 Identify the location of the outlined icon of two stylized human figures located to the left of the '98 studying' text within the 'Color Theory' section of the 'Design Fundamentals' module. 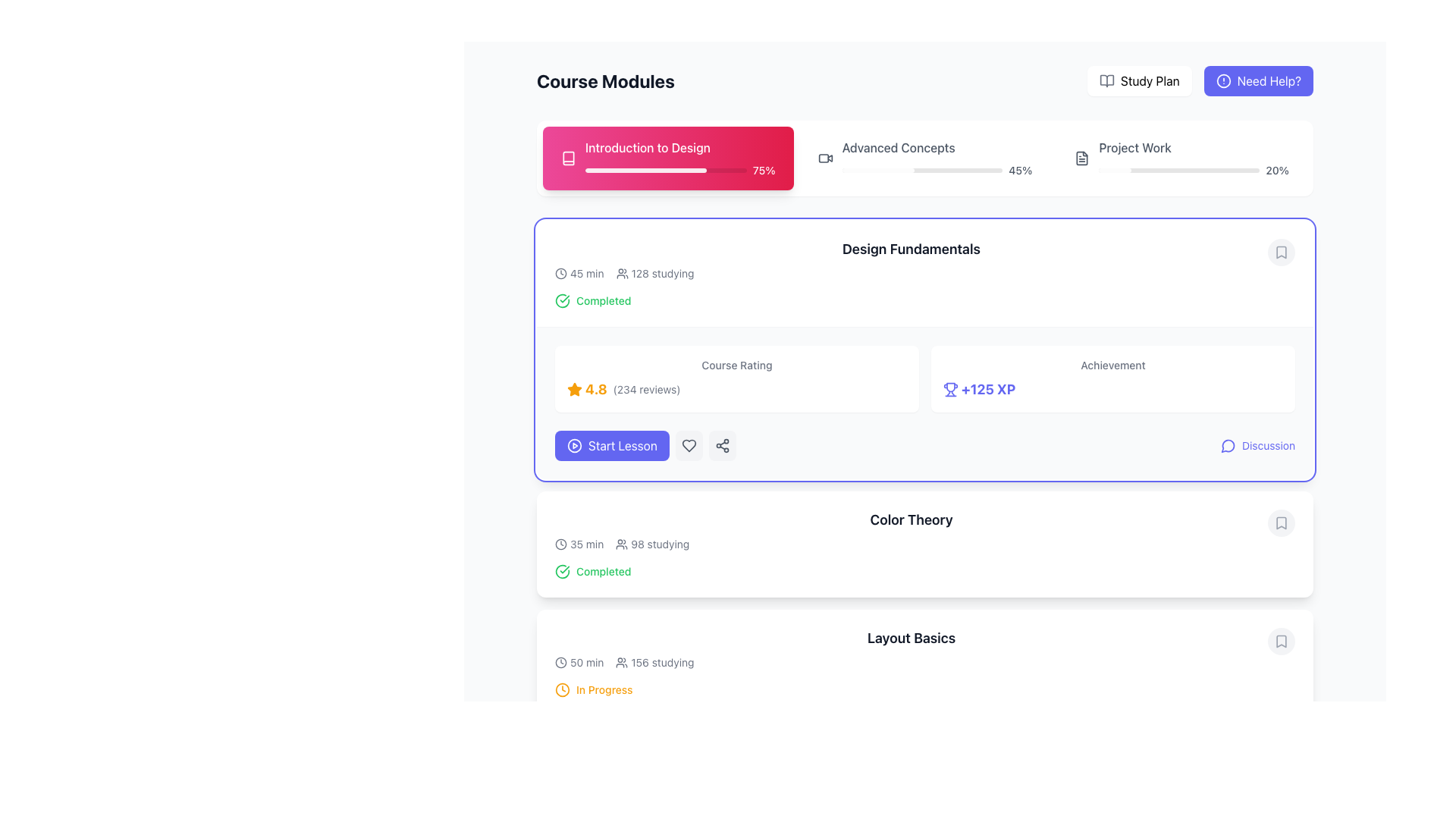
(622, 543).